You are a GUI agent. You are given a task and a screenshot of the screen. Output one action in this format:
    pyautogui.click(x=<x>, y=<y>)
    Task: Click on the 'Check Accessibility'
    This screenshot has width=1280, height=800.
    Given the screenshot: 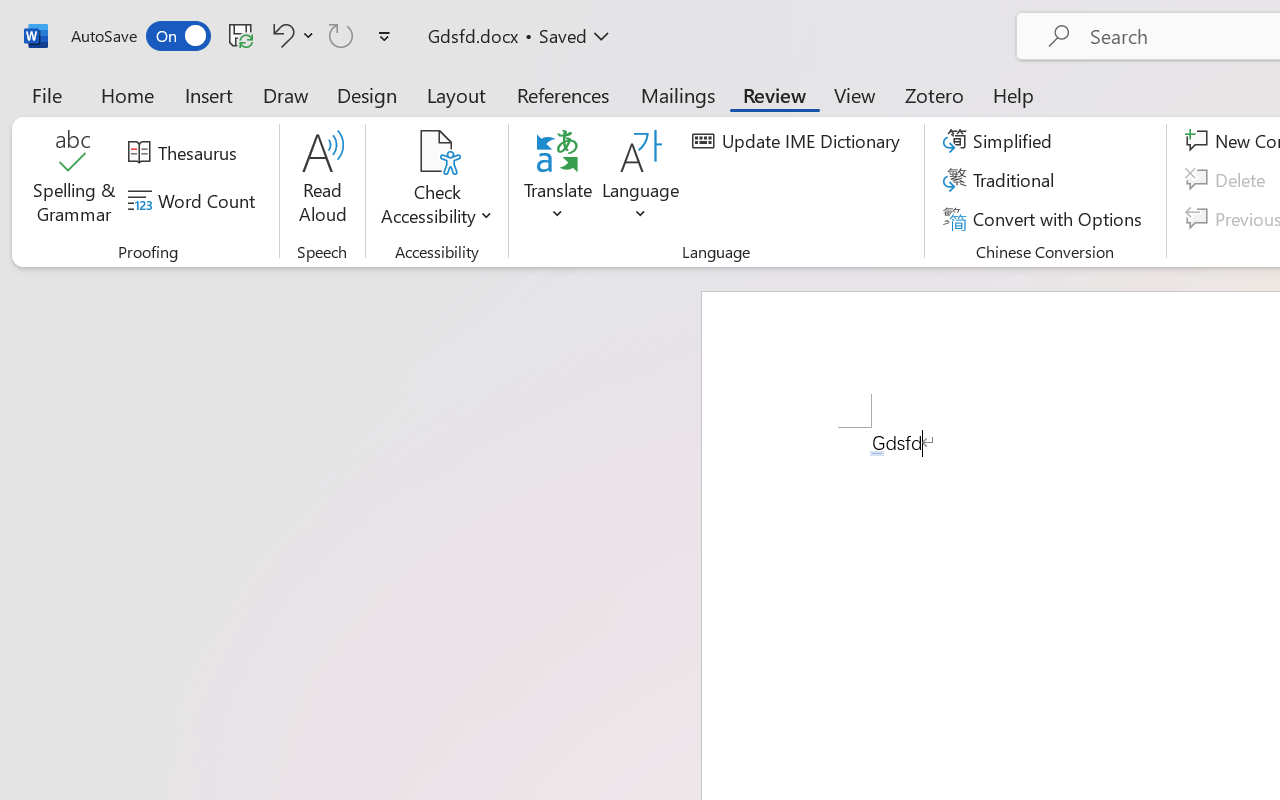 What is the action you would take?
    pyautogui.click(x=436, y=179)
    